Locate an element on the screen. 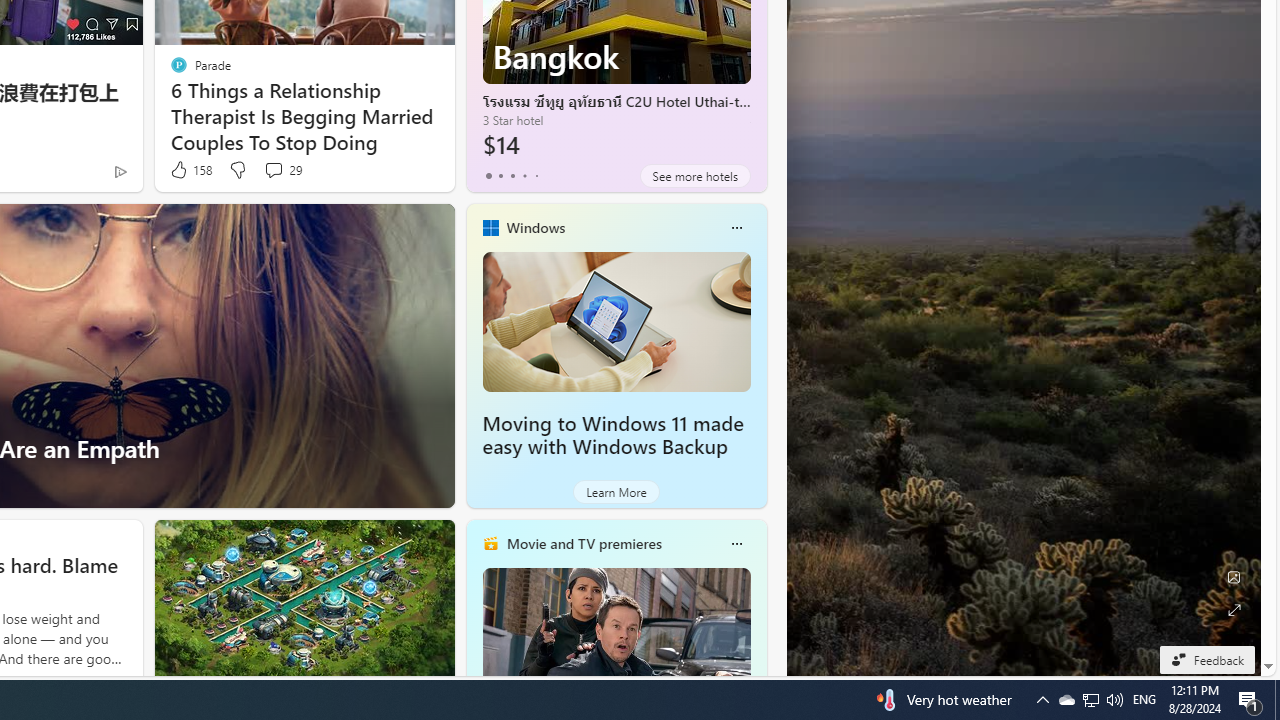 This screenshot has height=720, width=1280. 'Windows' is located at coordinates (535, 226).